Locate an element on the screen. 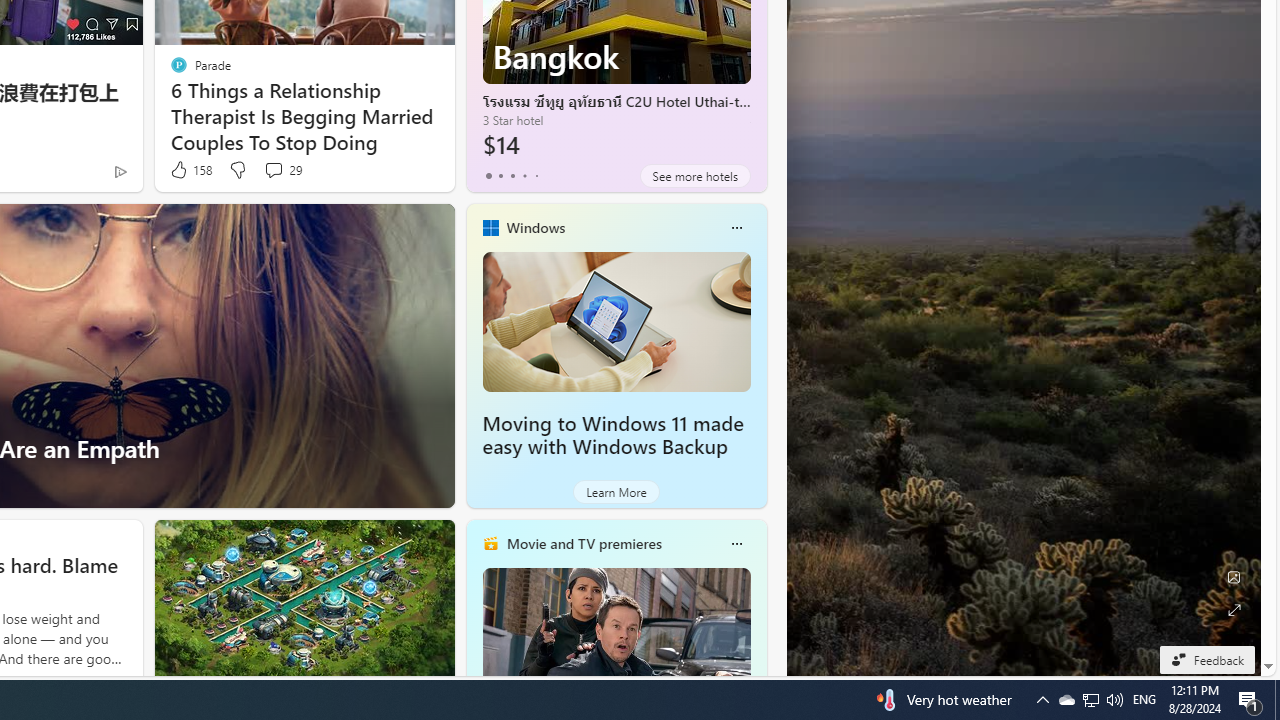 This screenshot has height=720, width=1280. 'Windows' is located at coordinates (535, 226).